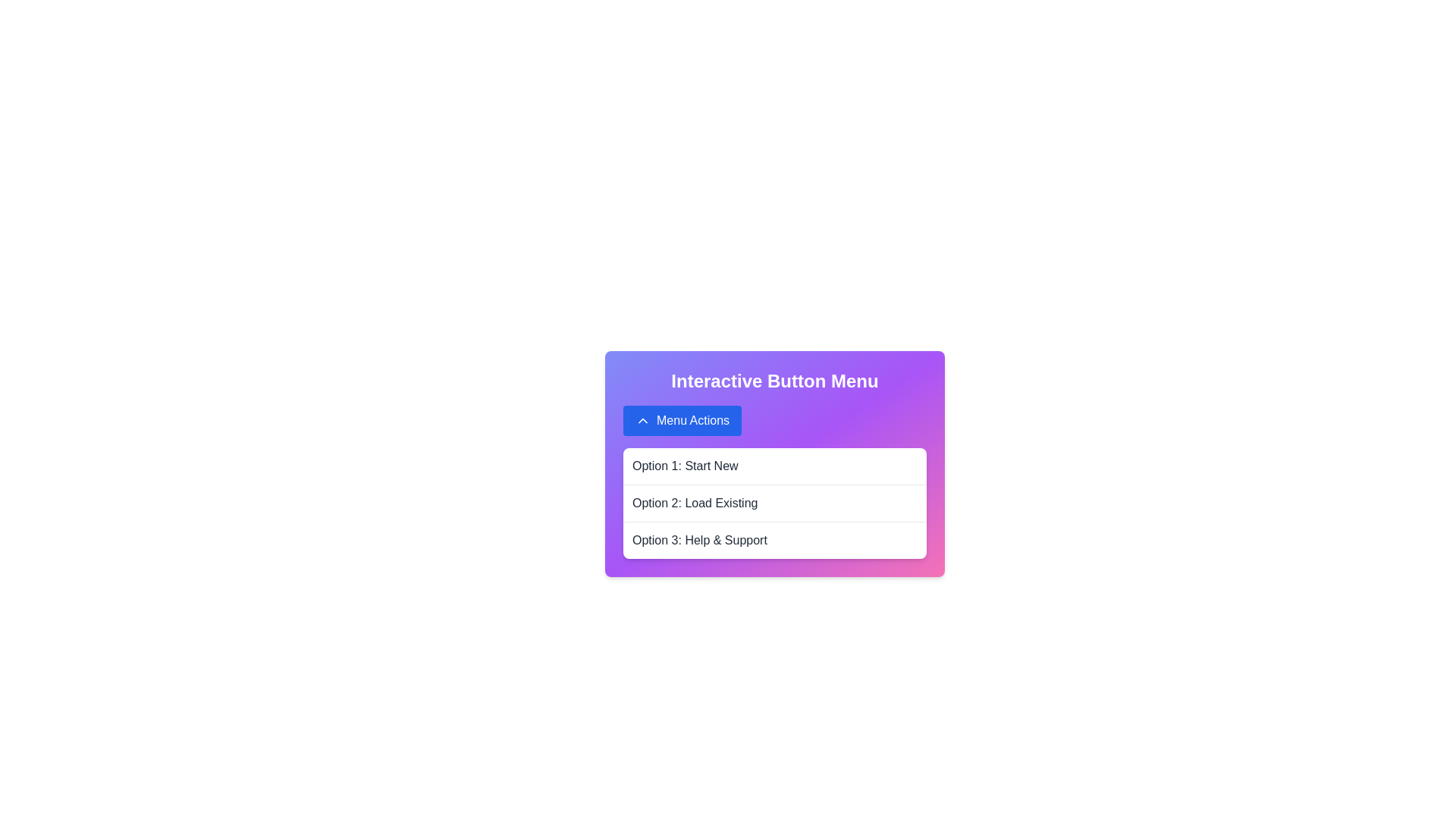 The height and width of the screenshot is (819, 1456). I want to click on the 'Option 3: Help & Support' button, so click(775, 539).